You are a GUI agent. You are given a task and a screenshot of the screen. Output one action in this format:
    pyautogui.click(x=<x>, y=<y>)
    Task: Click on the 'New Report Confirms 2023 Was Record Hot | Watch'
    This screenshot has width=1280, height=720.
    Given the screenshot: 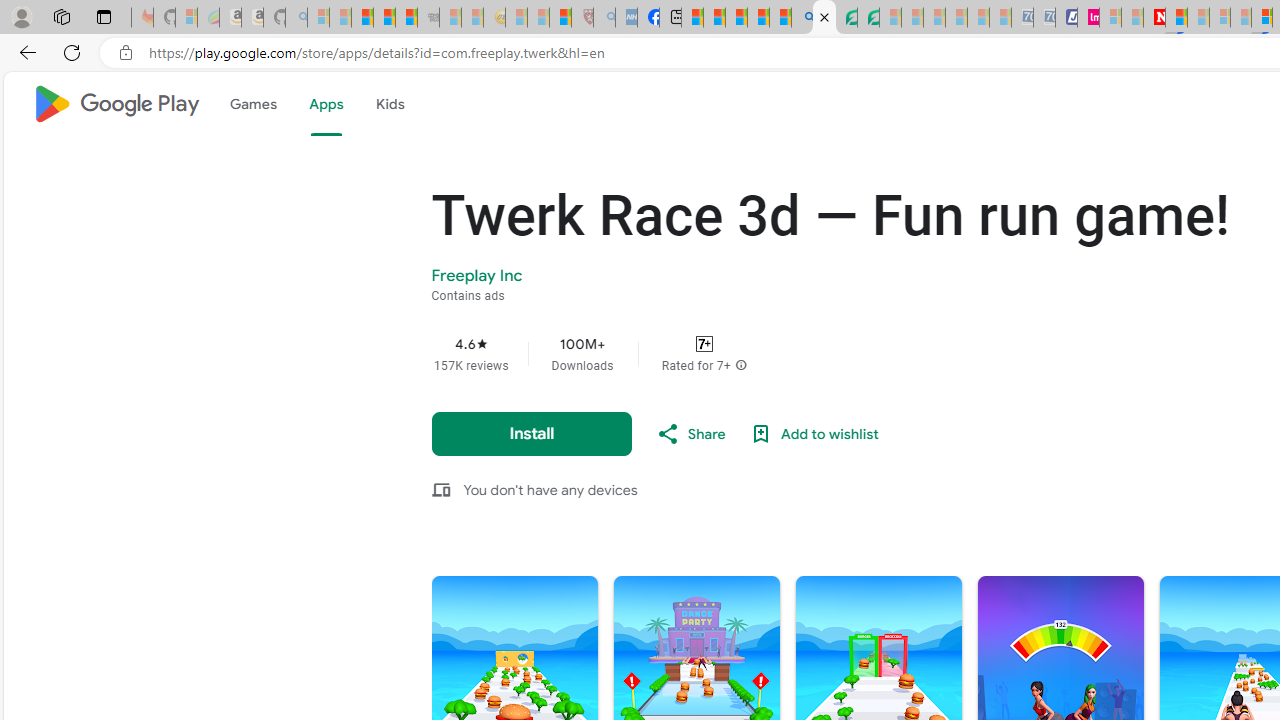 What is the action you would take?
    pyautogui.click(x=405, y=17)
    